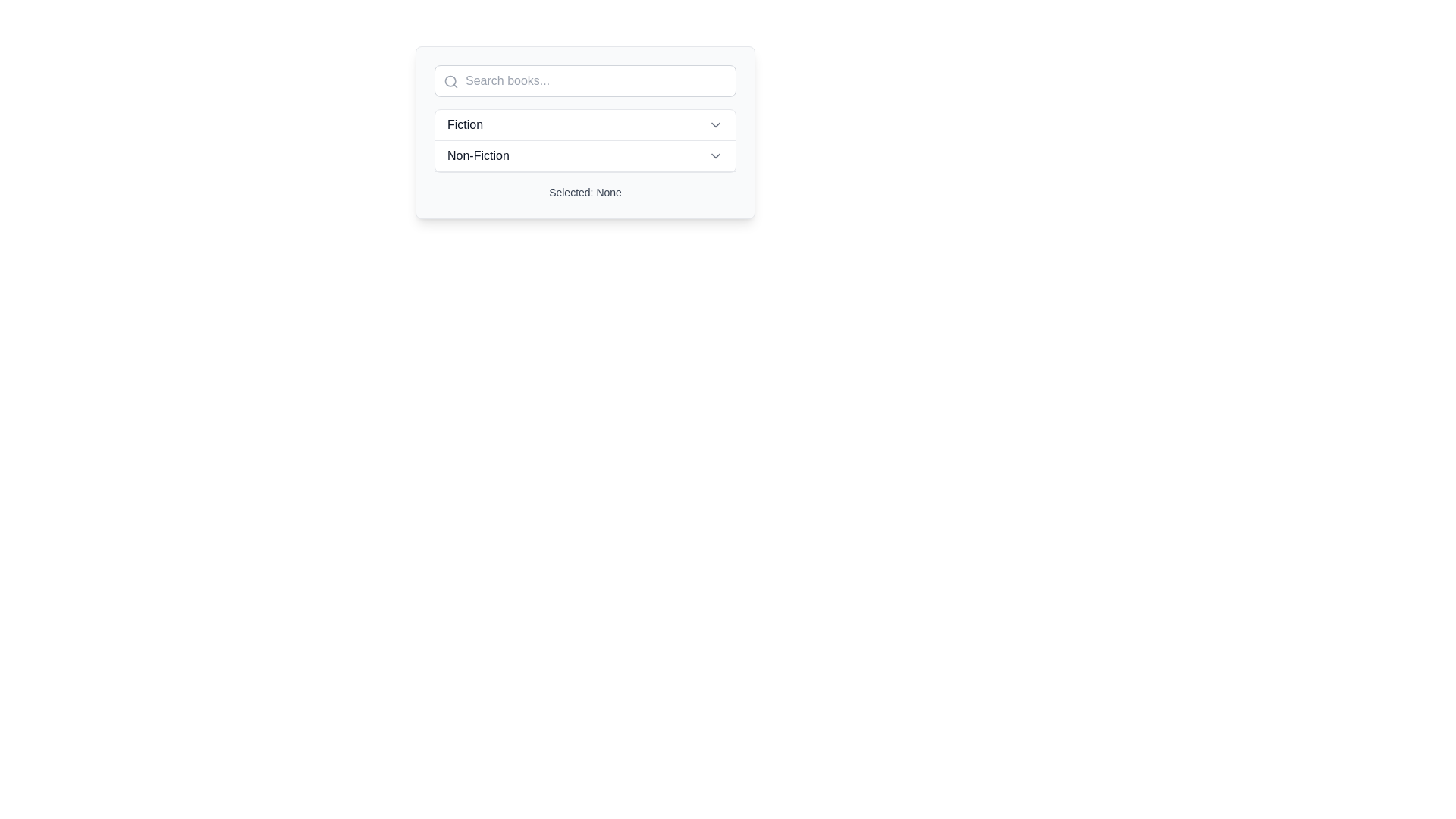 The height and width of the screenshot is (819, 1456). Describe the element at coordinates (585, 155) in the screenshot. I see `the 'Non-Fiction' dropdown menu item, which is the second option in the dropdown list of book categories` at that location.